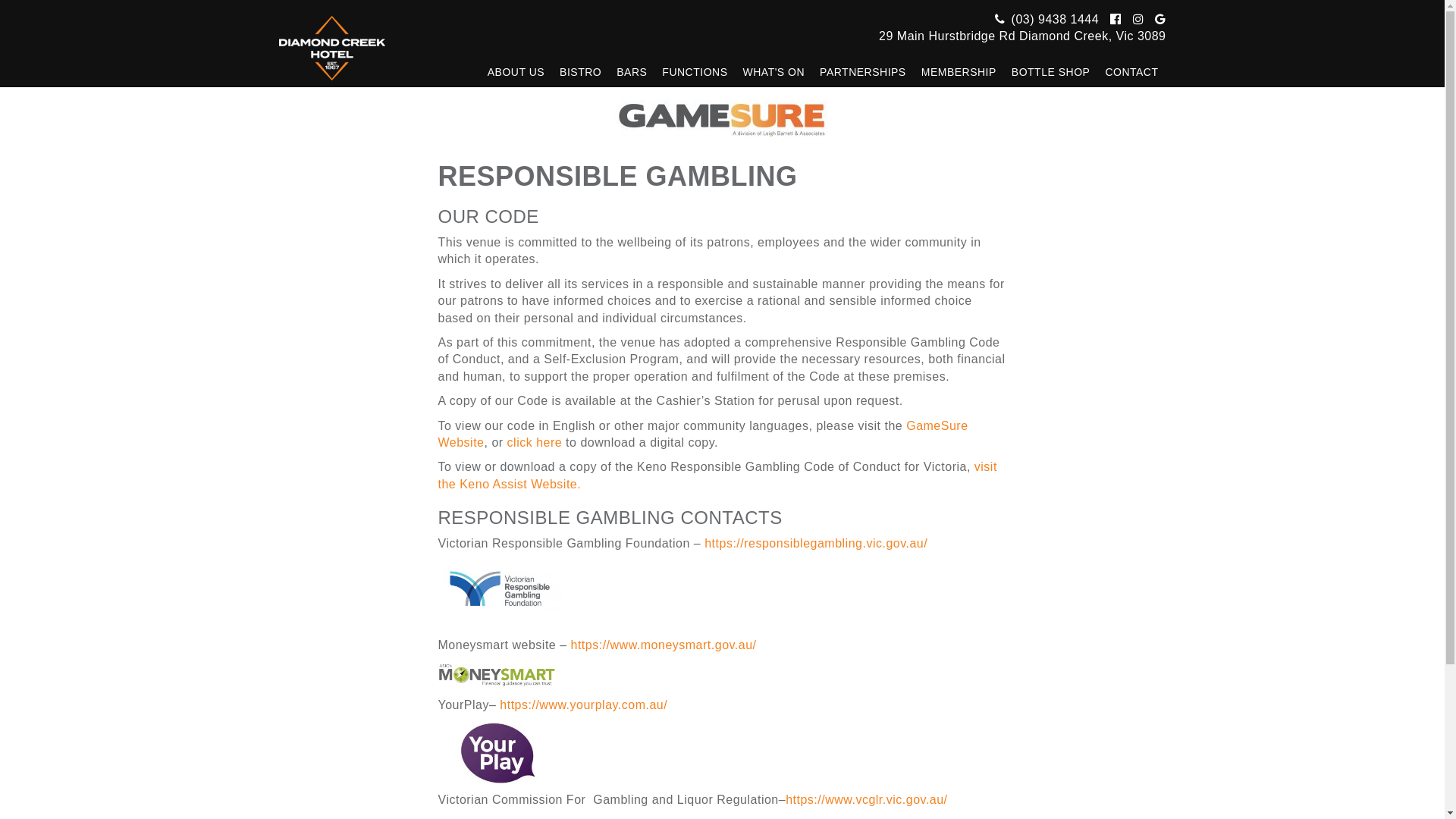  What do you see at coordinates (1131, 72) in the screenshot?
I see `'CONTACT'` at bounding box center [1131, 72].